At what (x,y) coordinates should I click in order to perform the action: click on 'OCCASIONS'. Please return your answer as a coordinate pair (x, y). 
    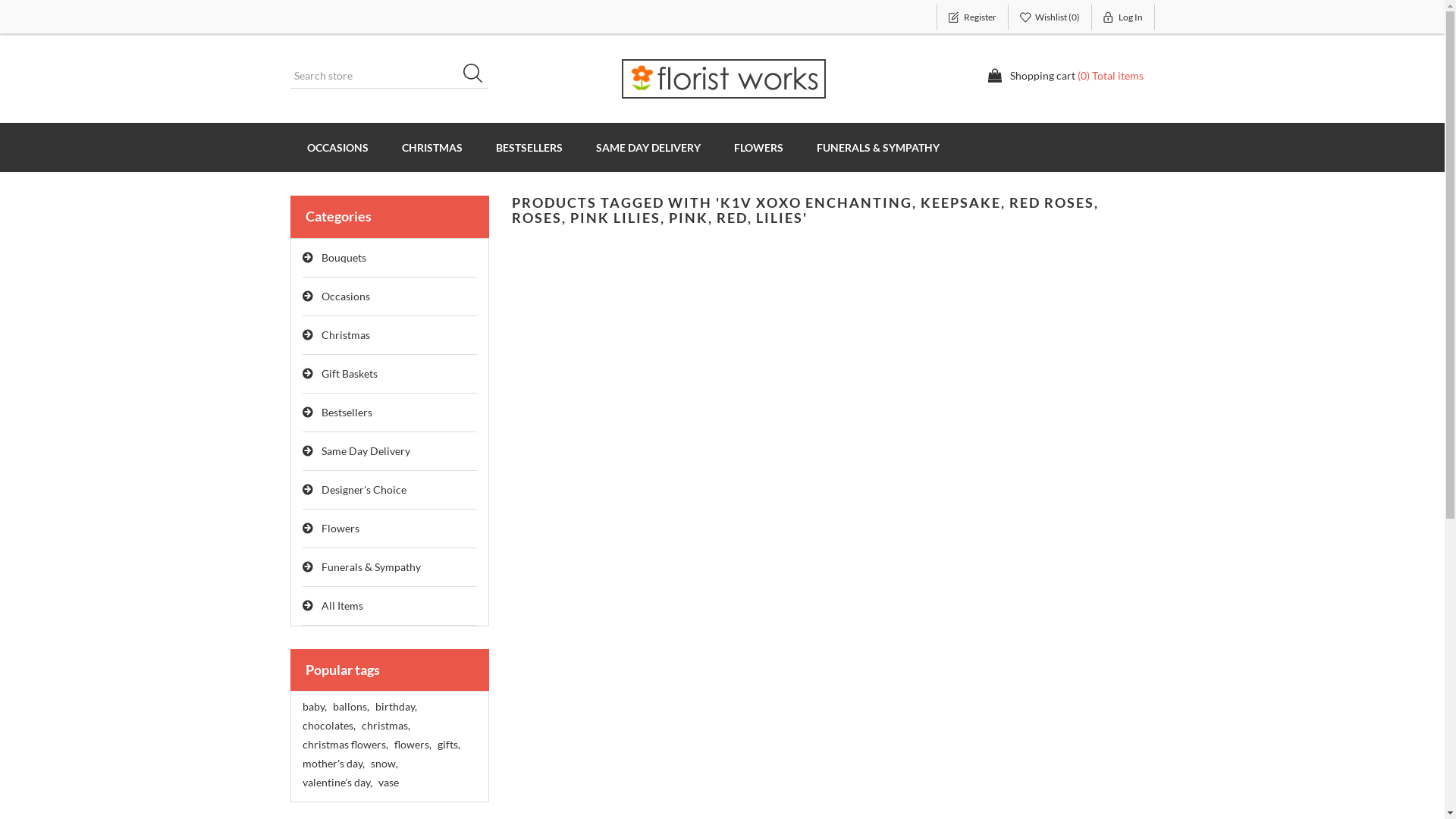
    Looking at the image, I should click on (290, 147).